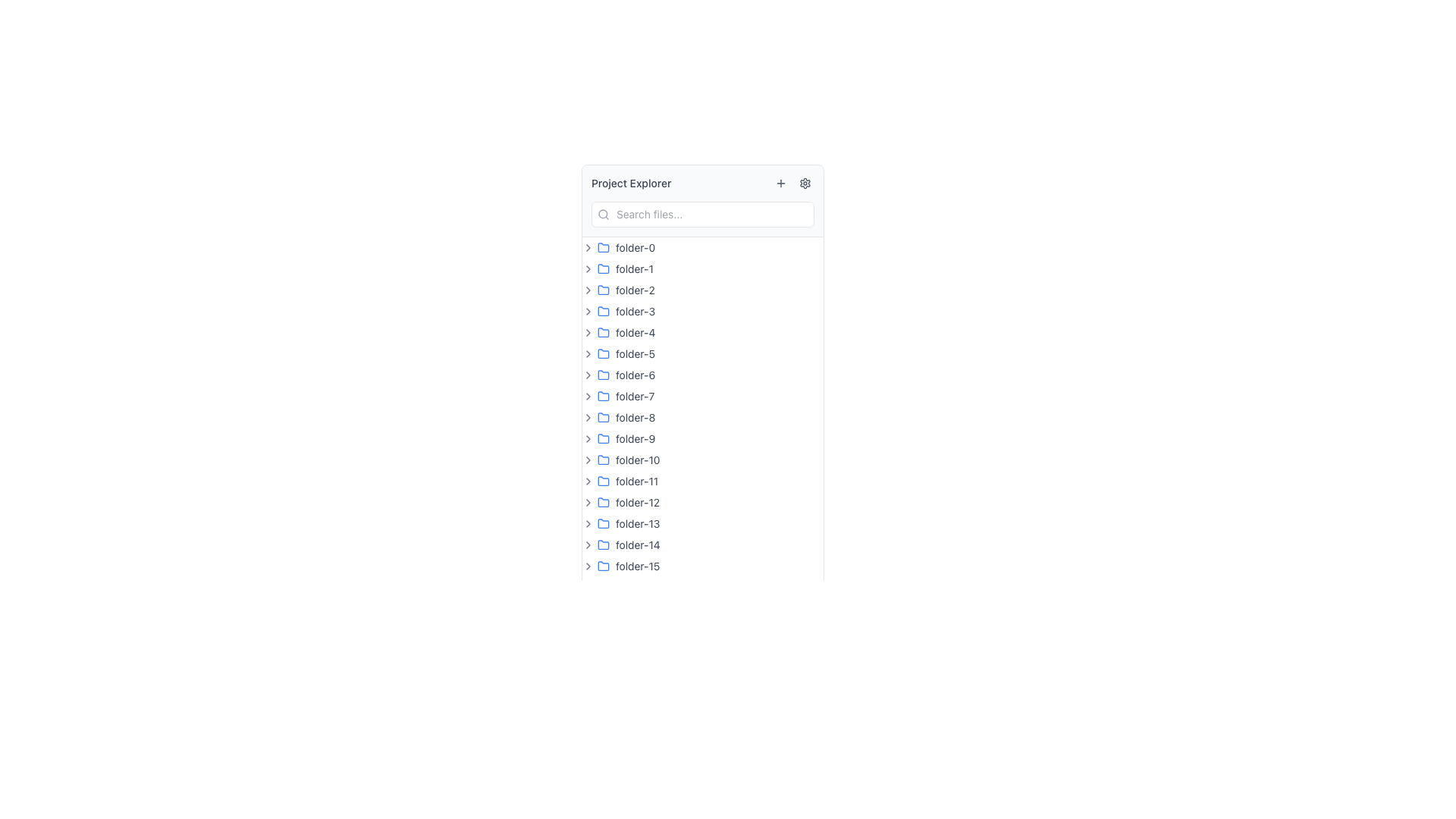 The width and height of the screenshot is (1456, 819). What do you see at coordinates (701, 522) in the screenshot?
I see `the list item representing the folder titled 'folder-13'` at bounding box center [701, 522].